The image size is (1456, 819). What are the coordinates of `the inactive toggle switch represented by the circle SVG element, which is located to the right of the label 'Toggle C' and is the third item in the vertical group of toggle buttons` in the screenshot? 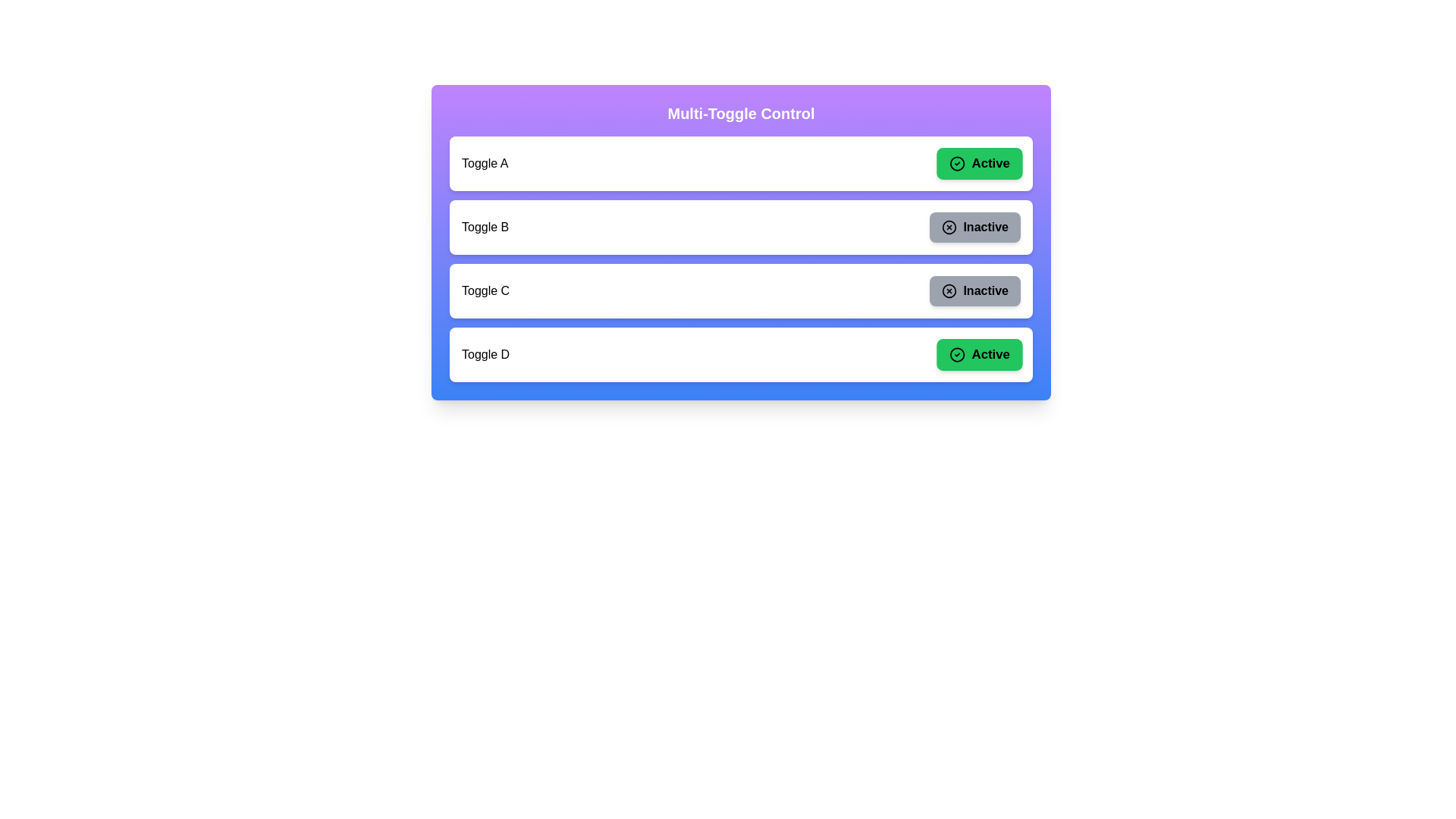 It's located at (949, 291).